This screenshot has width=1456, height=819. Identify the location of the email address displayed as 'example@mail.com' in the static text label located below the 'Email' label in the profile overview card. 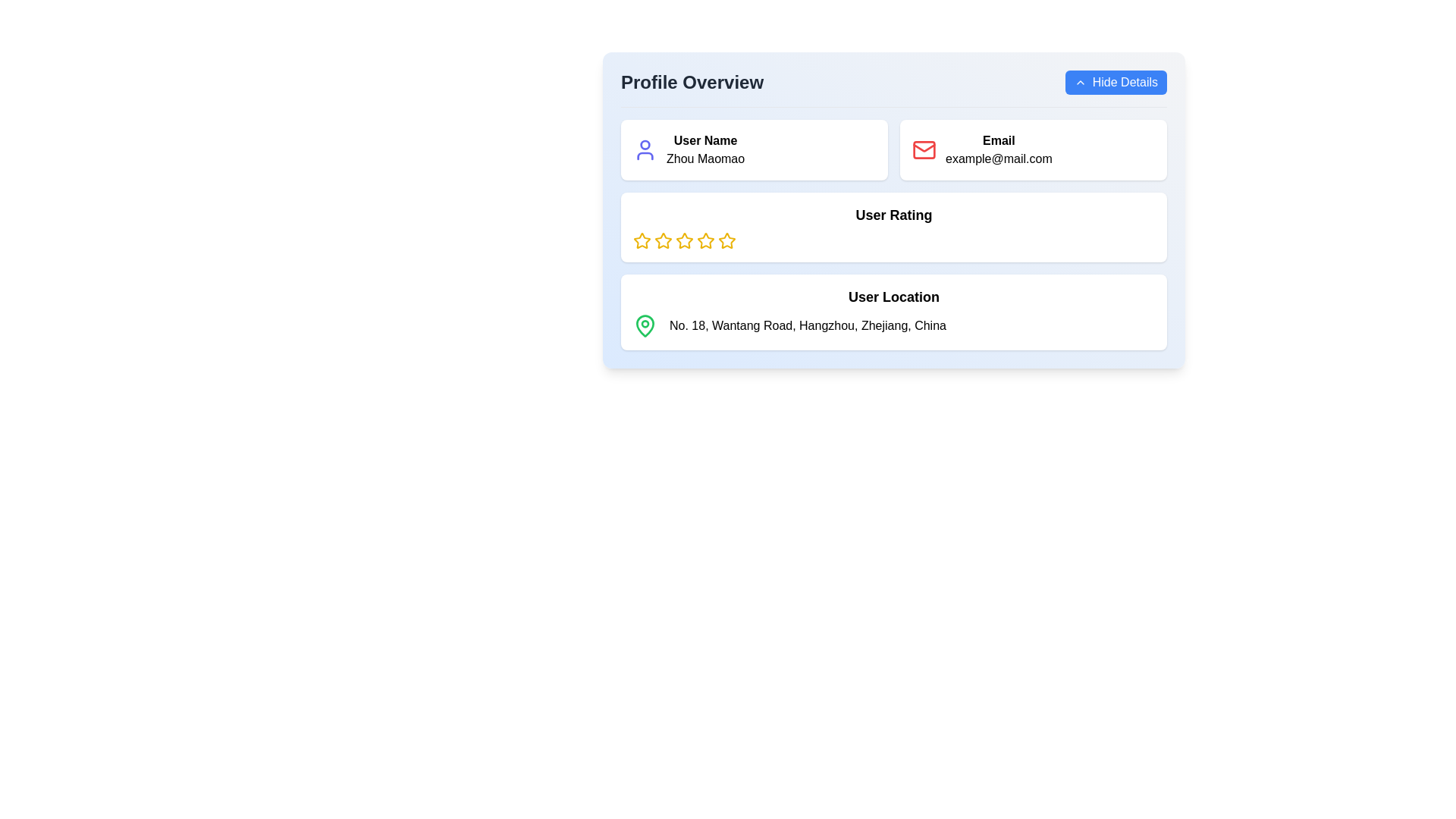
(999, 158).